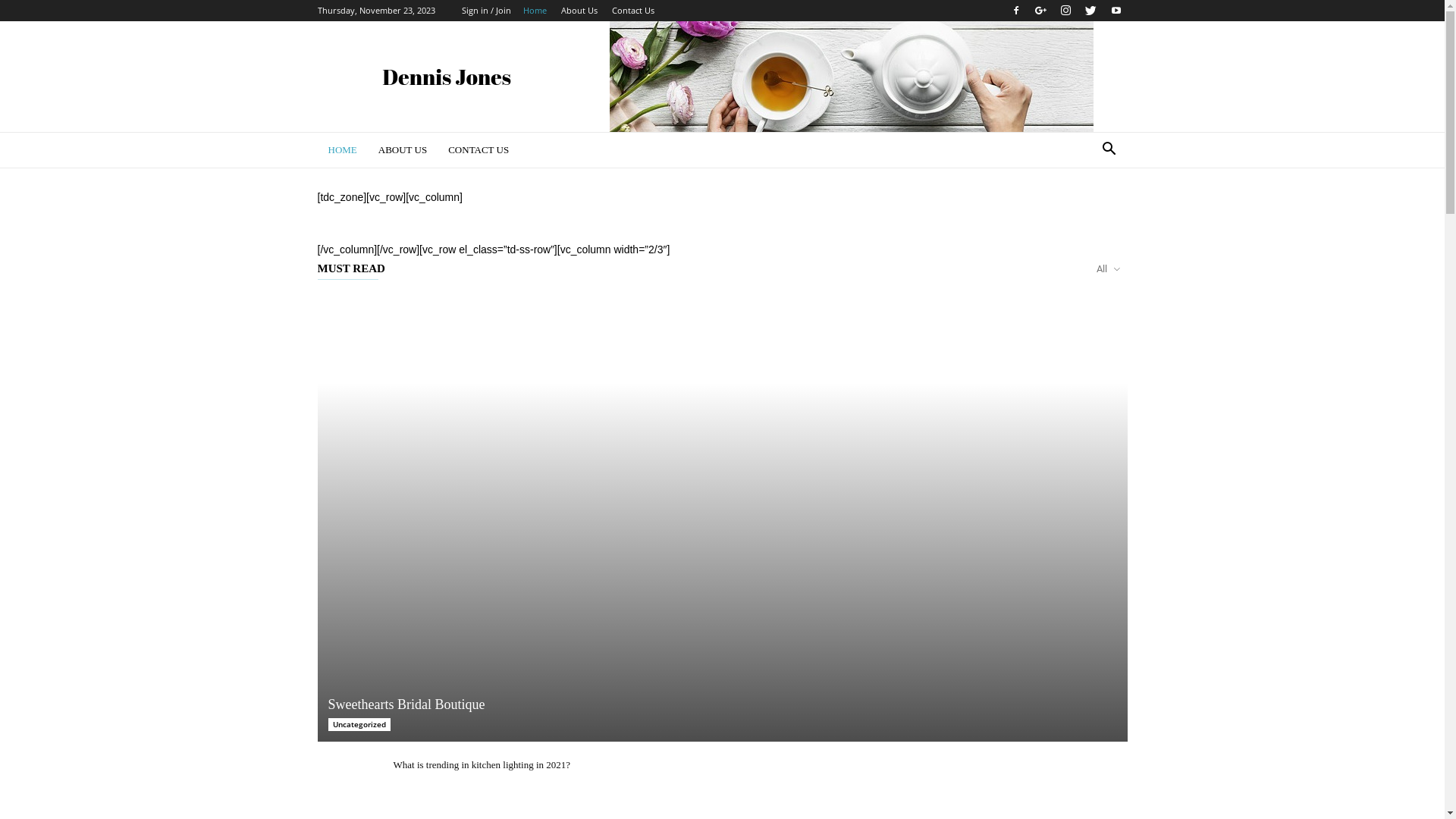 The image size is (1456, 819). Describe the element at coordinates (480, 764) in the screenshot. I see `'What is trending in kitchen lighting in 2021?'` at that location.